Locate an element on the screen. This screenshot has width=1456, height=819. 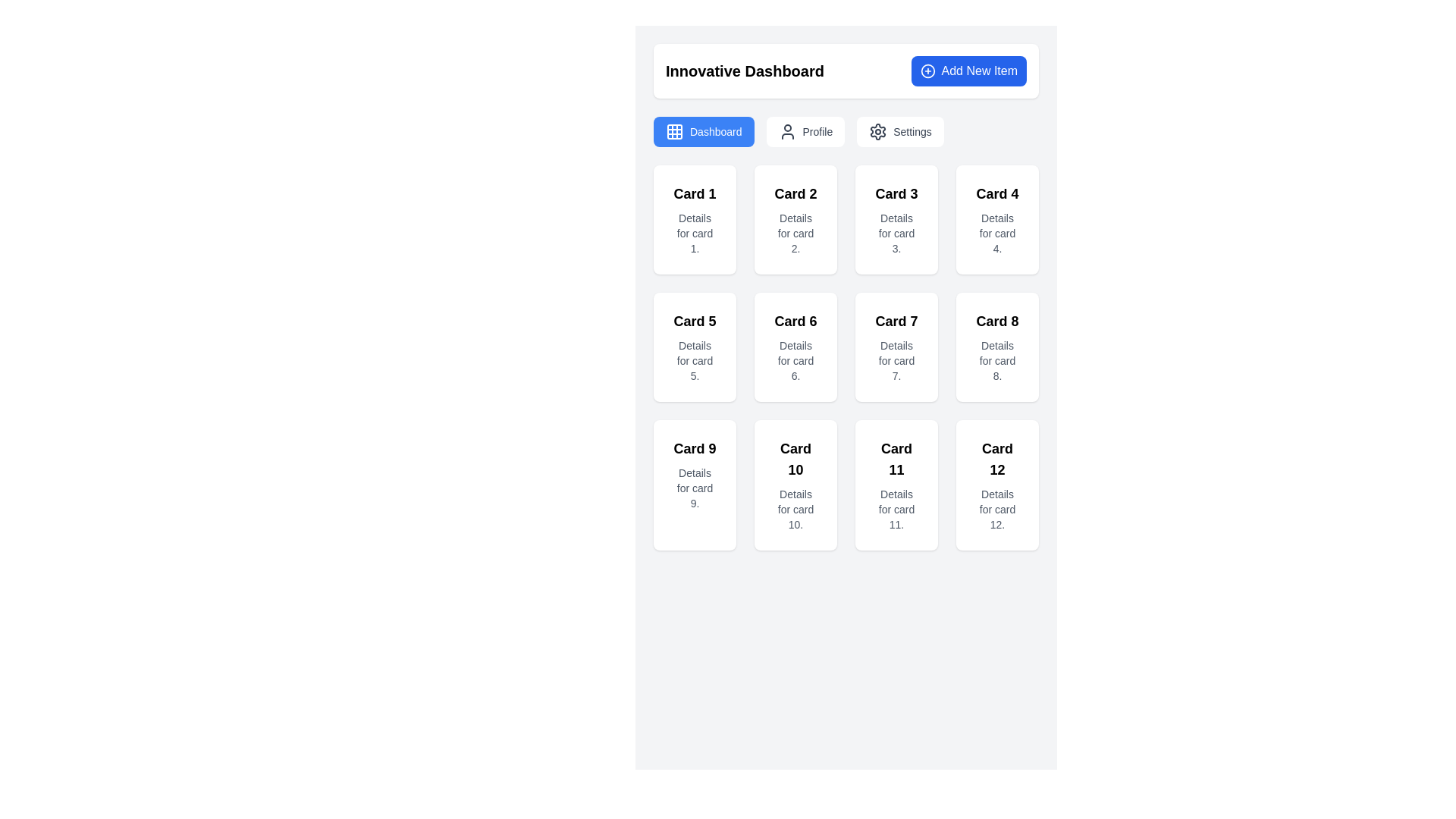
the content of the Informational Card titled 'Card 11', which features a white background, bold title 'Card 11' at the top, and a description 'Details for card 11.' below it is located at coordinates (896, 485).